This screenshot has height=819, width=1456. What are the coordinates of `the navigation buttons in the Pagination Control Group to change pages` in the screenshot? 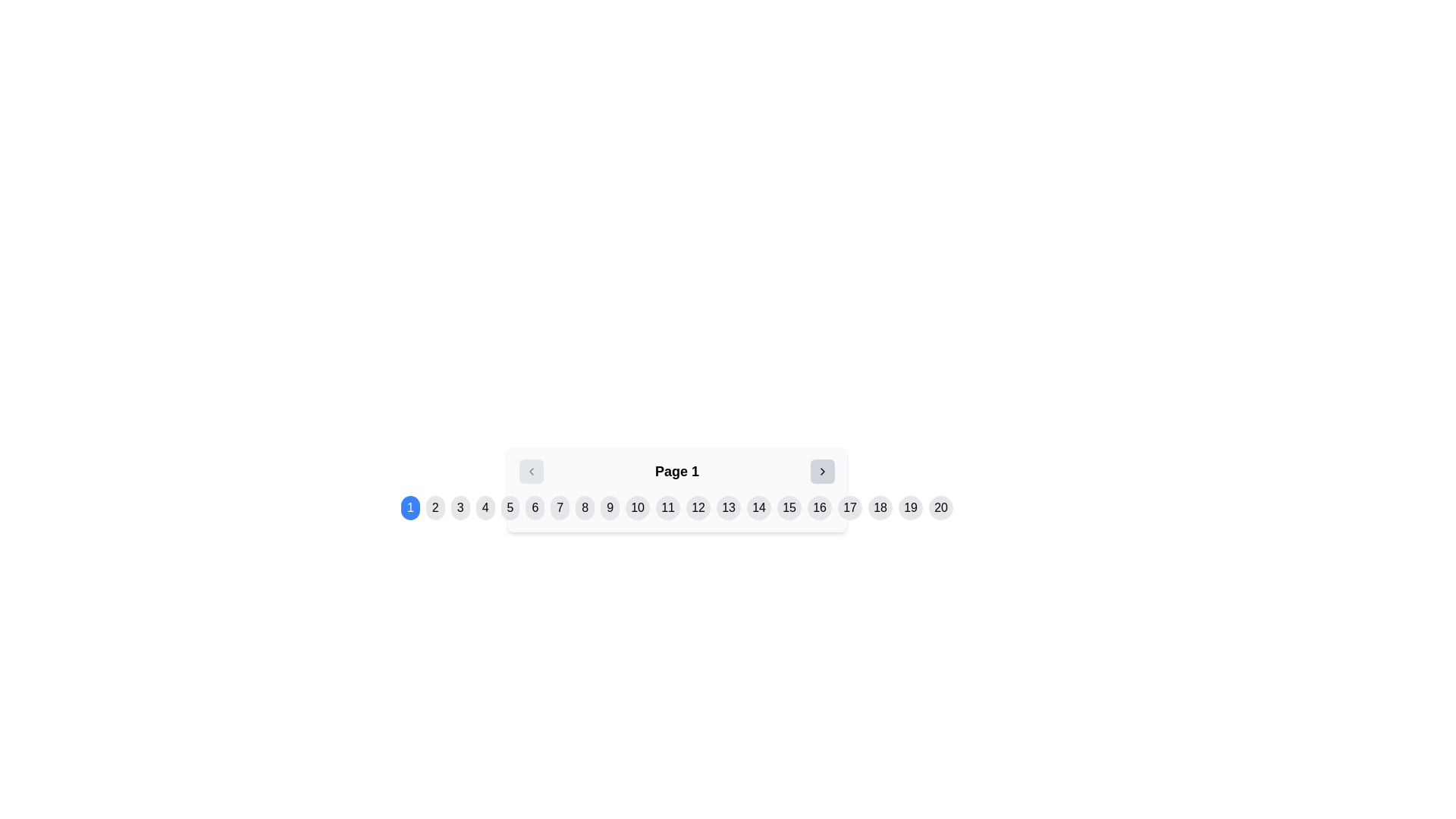 It's located at (676, 489).